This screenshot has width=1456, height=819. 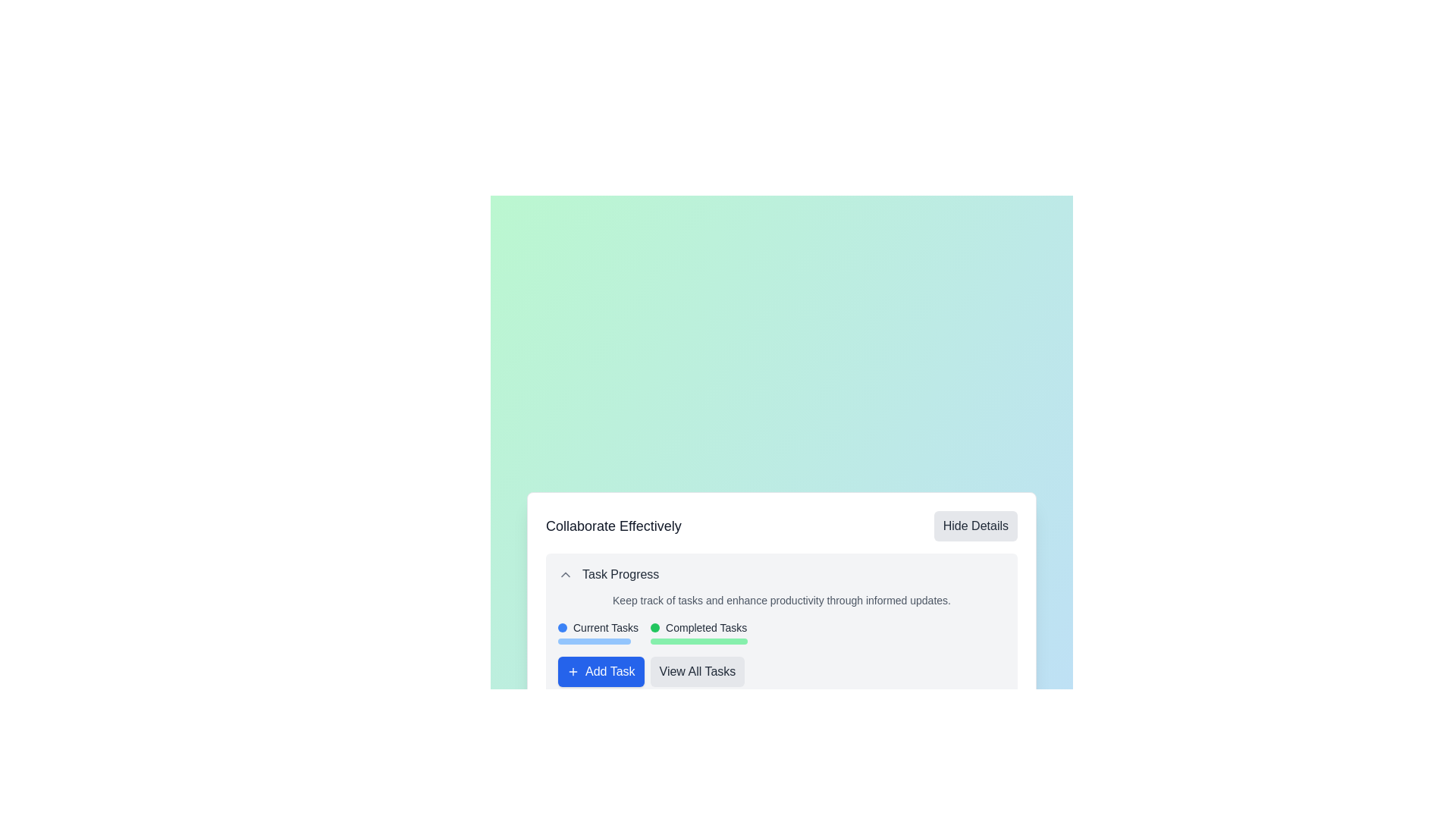 I want to click on the green indicator dot for 'Completed Tasks' located to the left of the corresponding text label, so click(x=655, y=628).